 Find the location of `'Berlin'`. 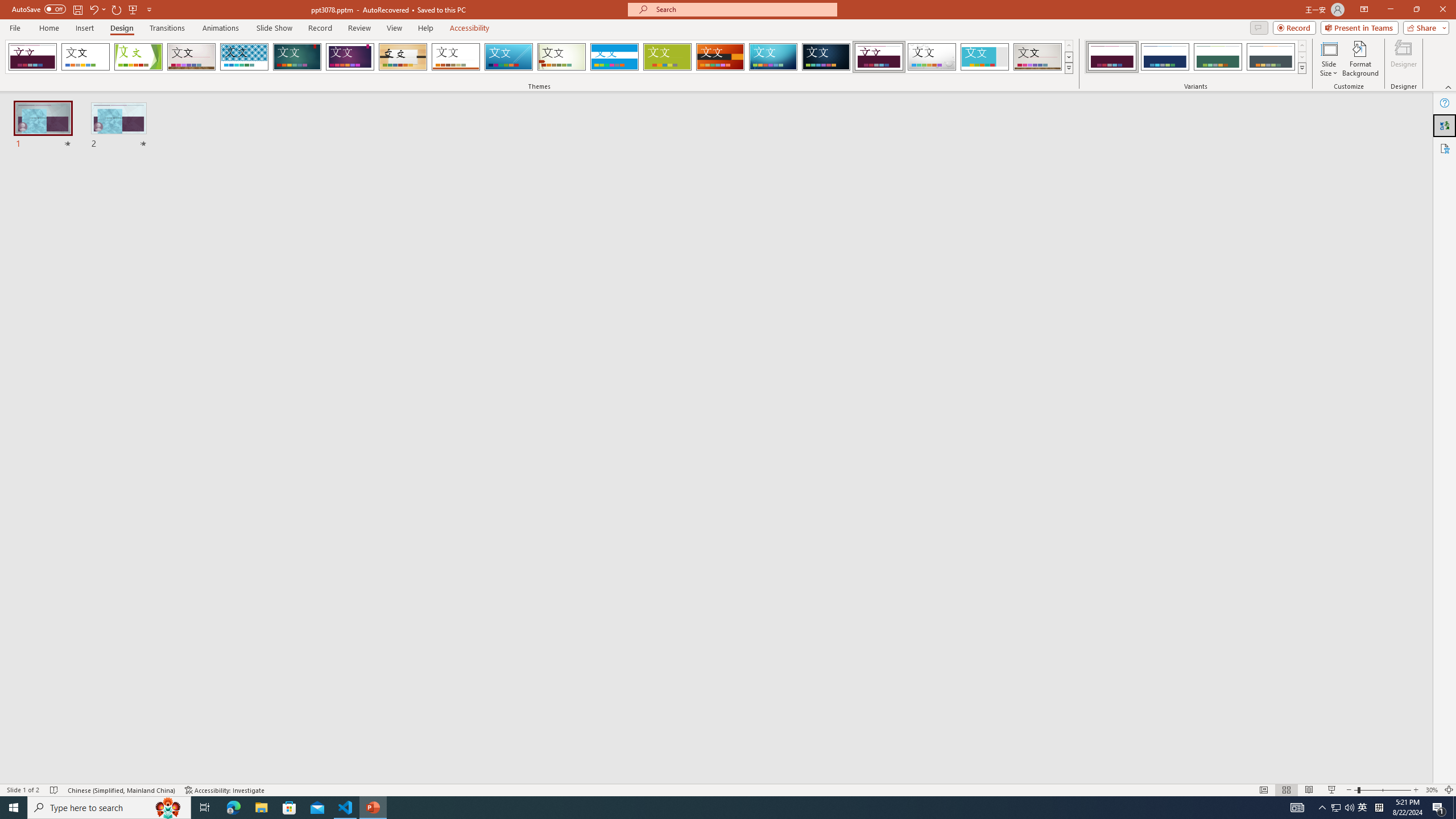

'Berlin' is located at coordinates (721, 56).